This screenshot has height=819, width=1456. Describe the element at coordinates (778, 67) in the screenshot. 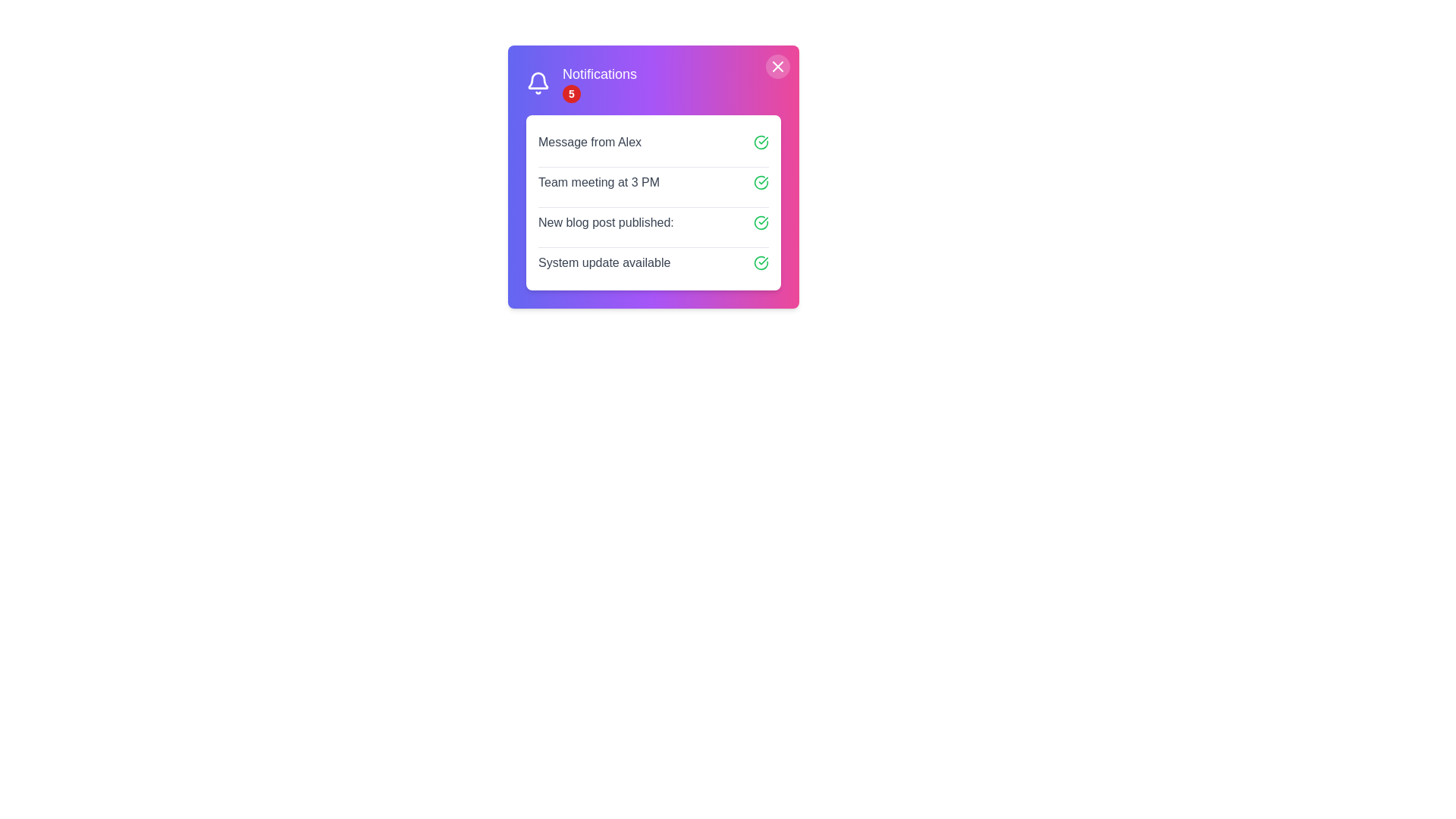

I see `the circular close button with an 'X' icon in the top-right corner of the notification panel` at that location.